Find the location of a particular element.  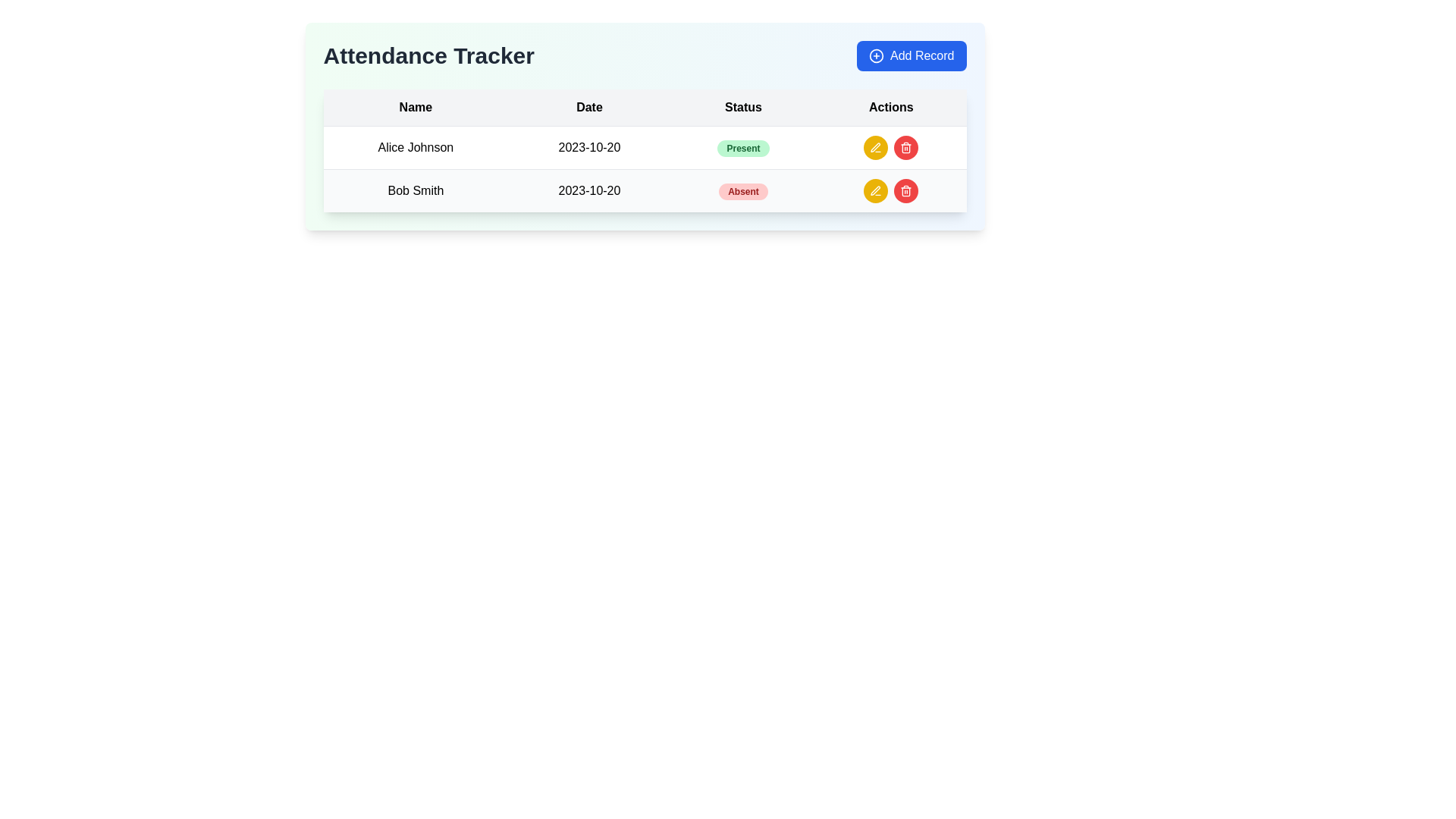

the 'Actions' text label which is the fourth cell in the header row of the table, displayed in bold black font on a light background is located at coordinates (891, 107).